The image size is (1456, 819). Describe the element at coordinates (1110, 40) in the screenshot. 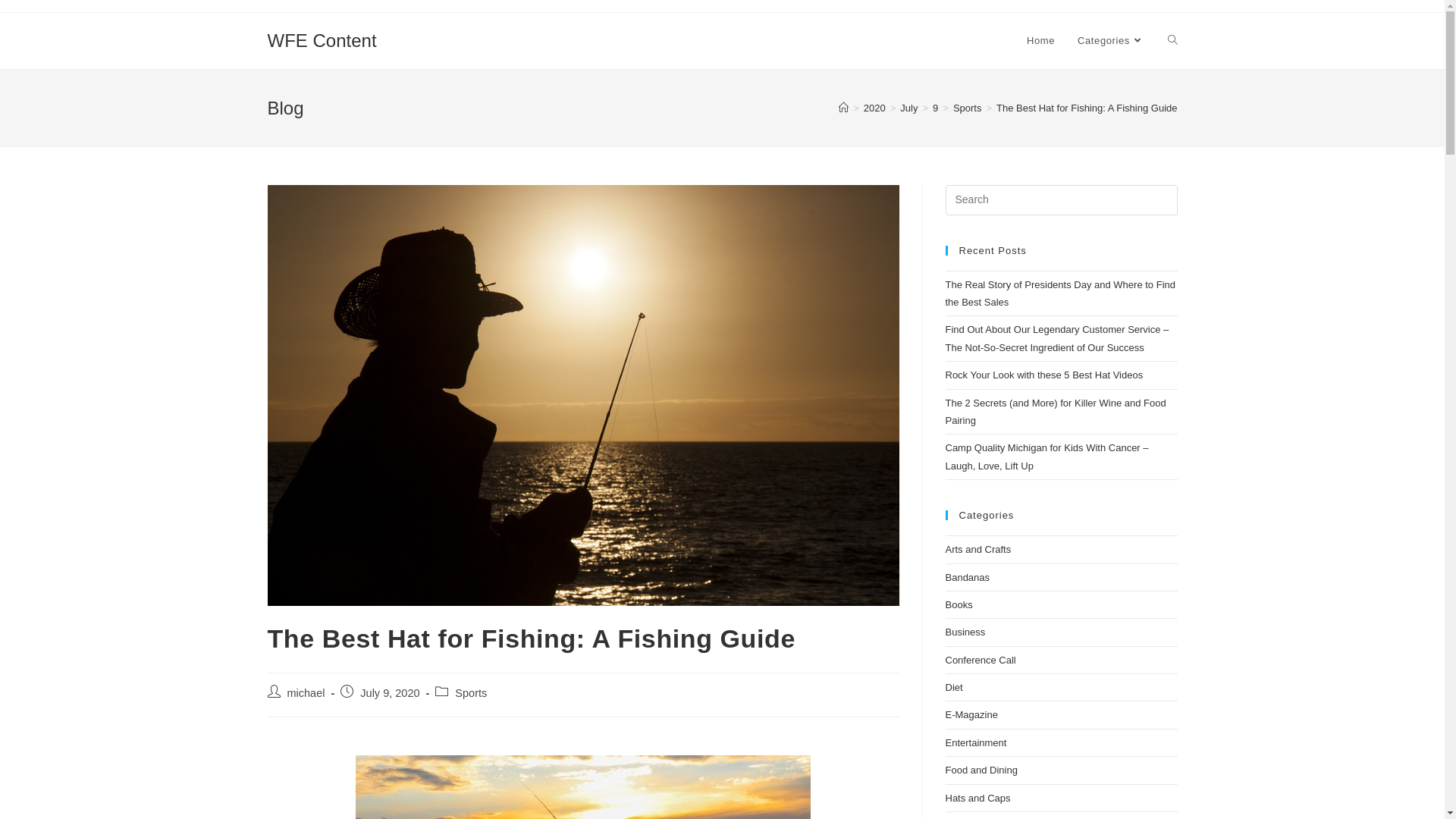

I see `'Categories'` at that location.